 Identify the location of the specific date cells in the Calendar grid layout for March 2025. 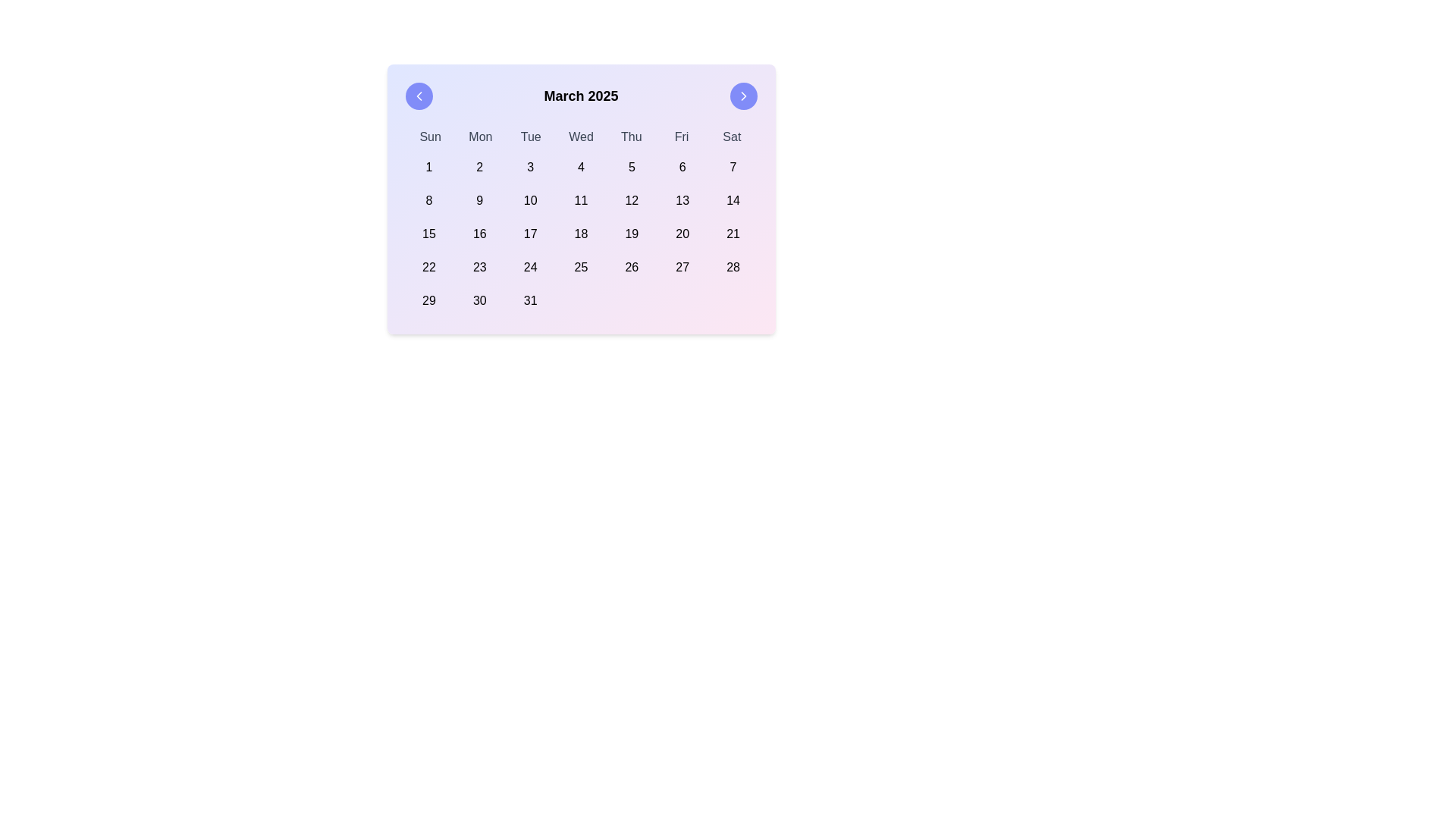
(580, 234).